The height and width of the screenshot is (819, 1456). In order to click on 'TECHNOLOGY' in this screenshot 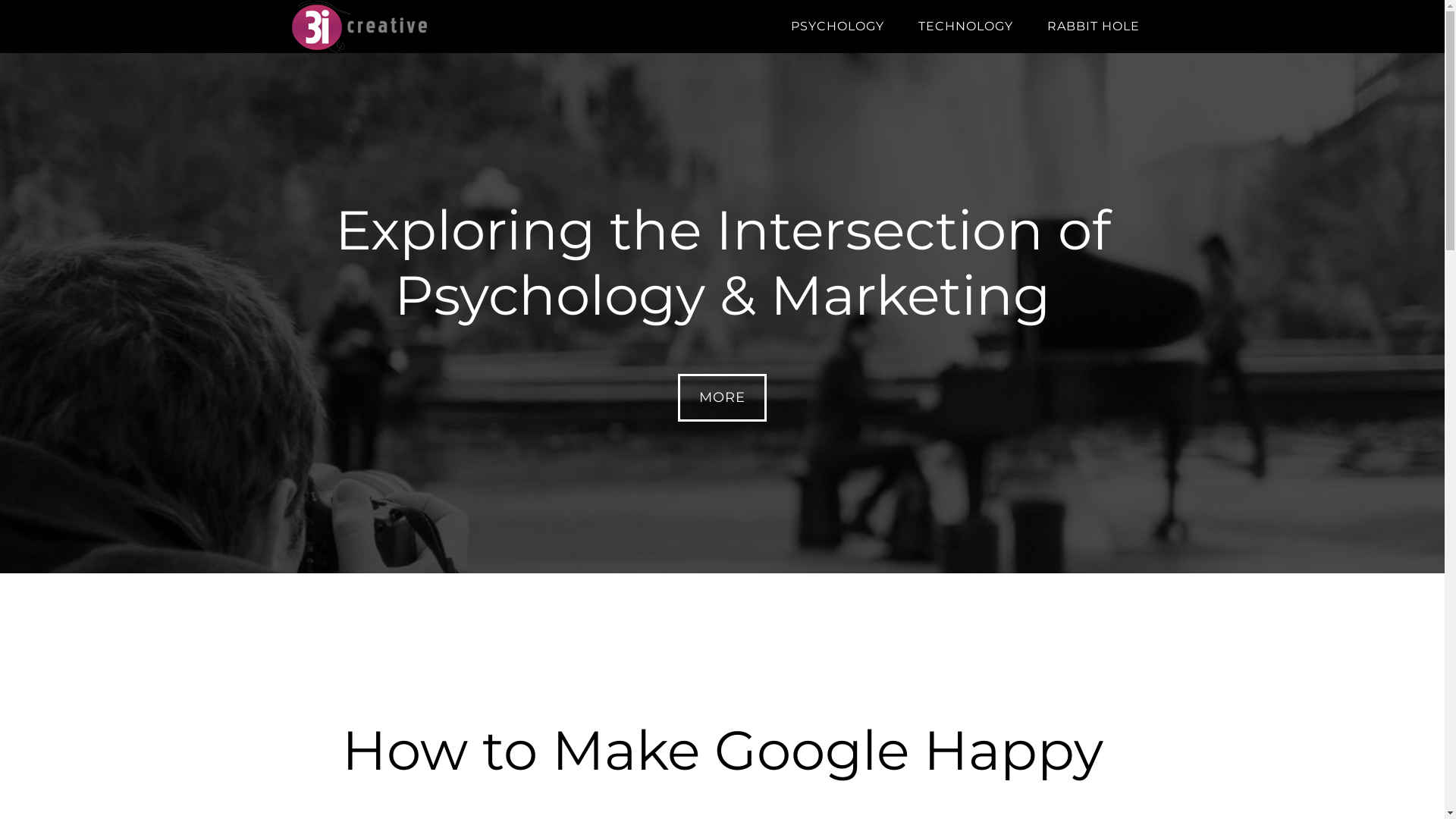, I will do `click(964, 26)`.